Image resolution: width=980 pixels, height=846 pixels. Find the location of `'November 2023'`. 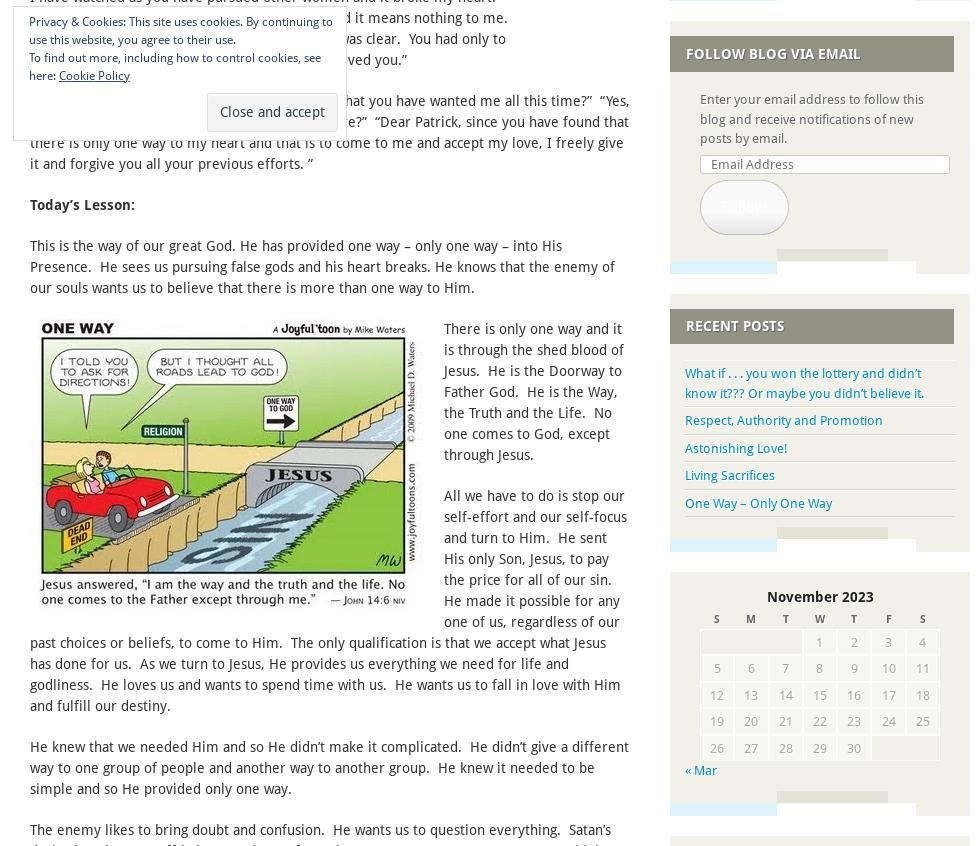

'November 2023' is located at coordinates (819, 596).